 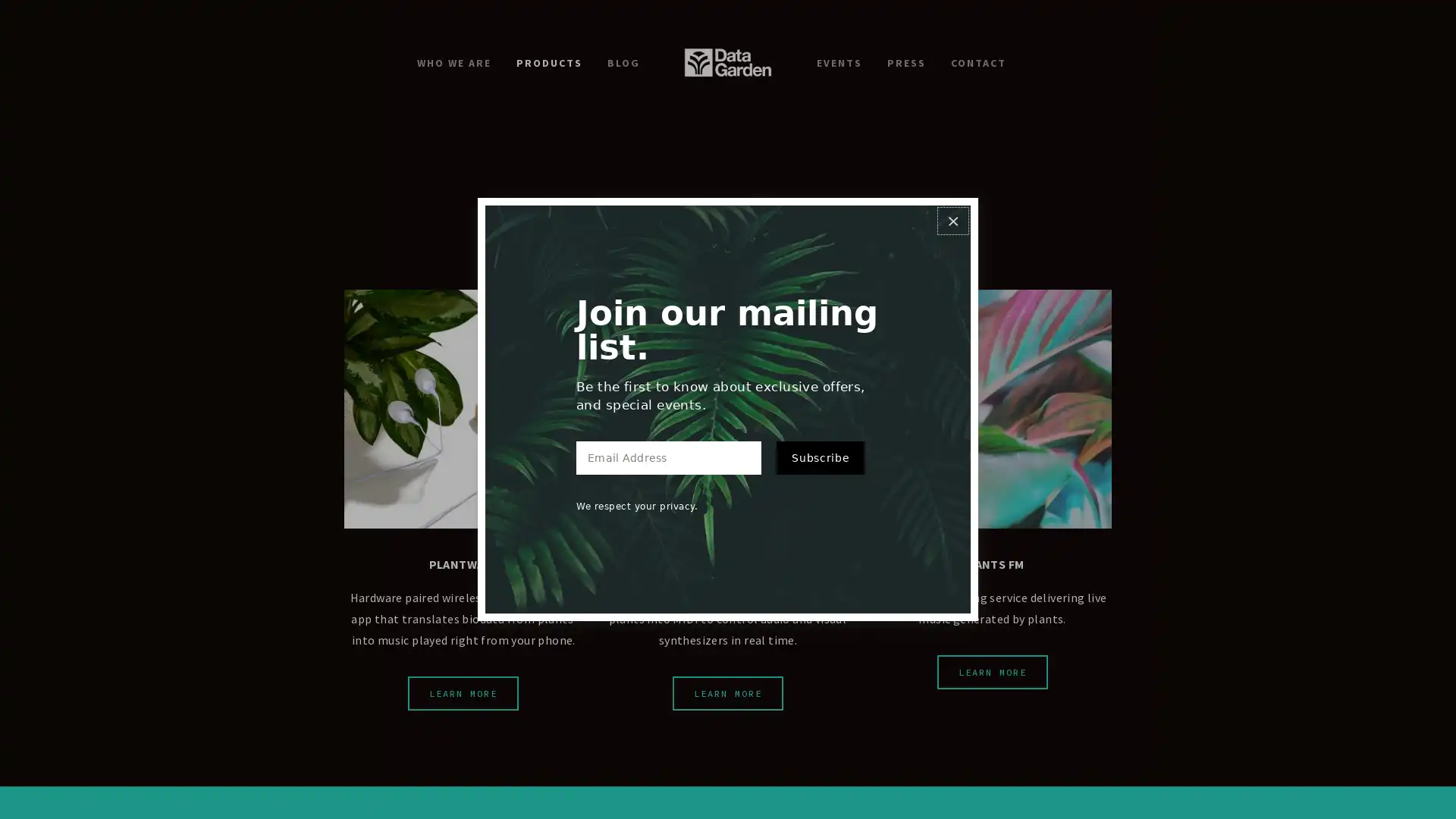 What do you see at coordinates (819, 467) in the screenshot?
I see `Subscribe` at bounding box center [819, 467].